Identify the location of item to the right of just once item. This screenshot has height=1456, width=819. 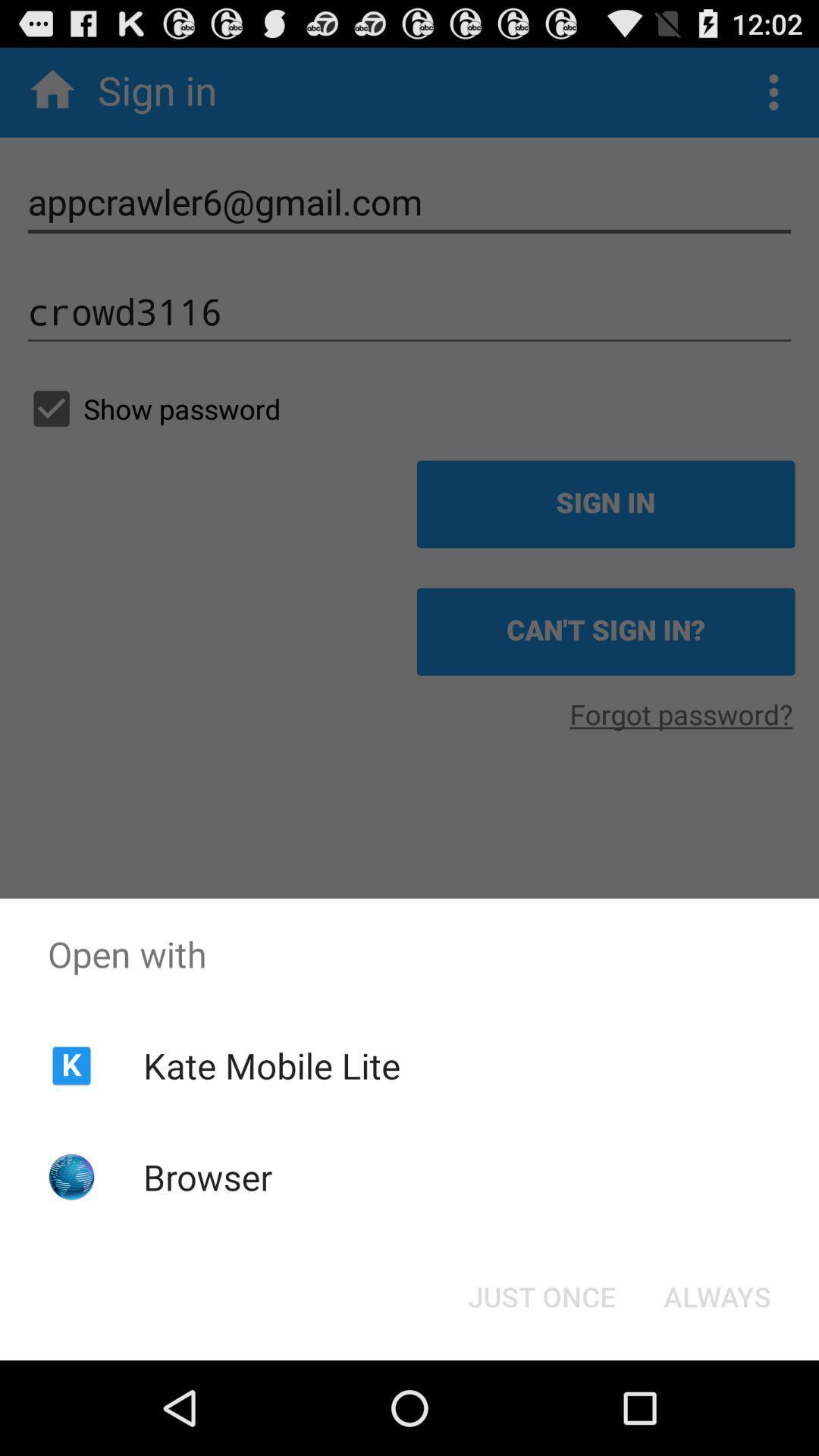
(717, 1295).